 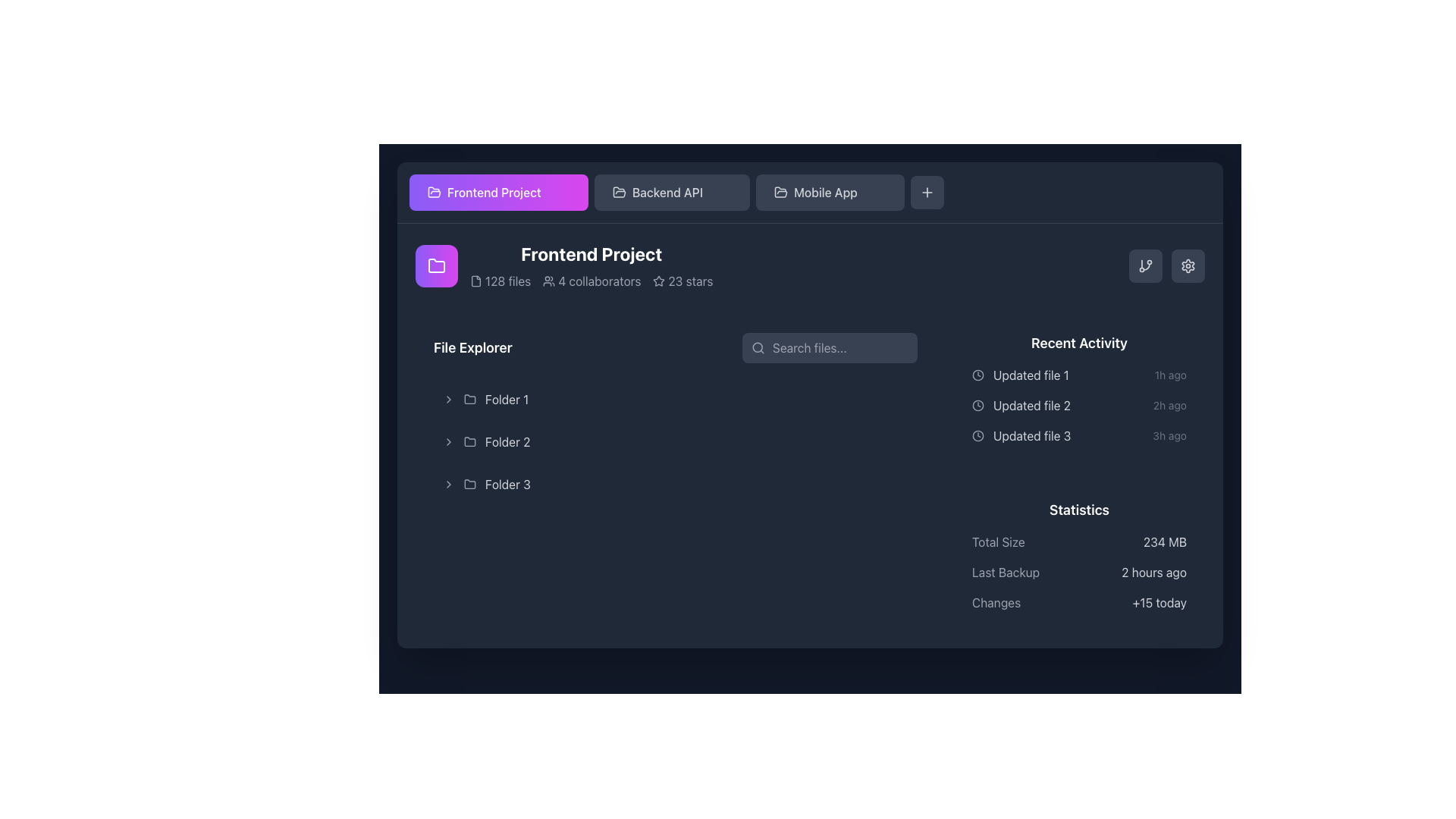 What do you see at coordinates (507, 485) in the screenshot?
I see `the text label 'Folder 3' in the 'File Explorer' section to interact with it and navigate into the specified folder` at bounding box center [507, 485].